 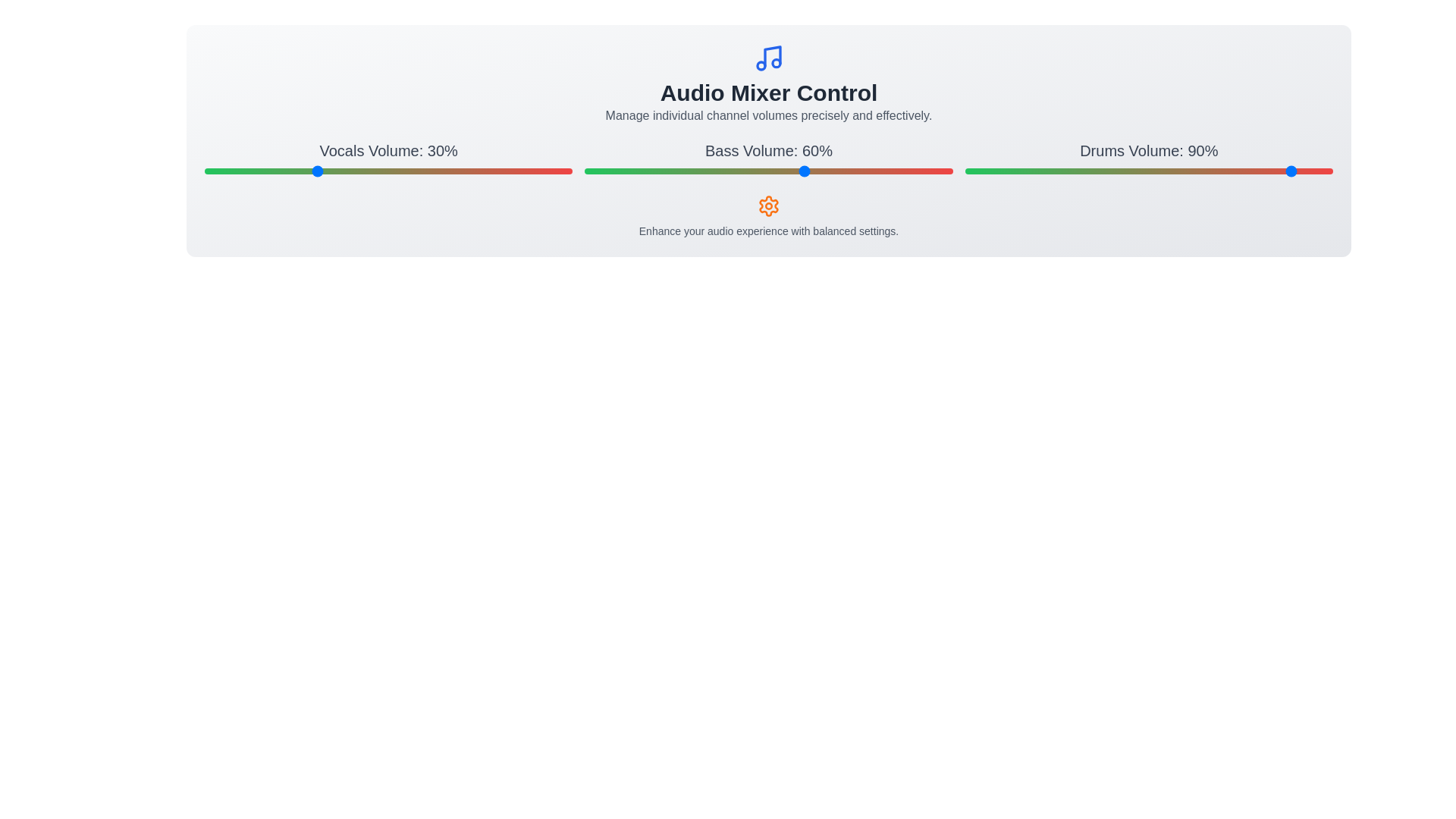 I want to click on the 'Vocals' volume slider to 95%, so click(x=553, y=171).